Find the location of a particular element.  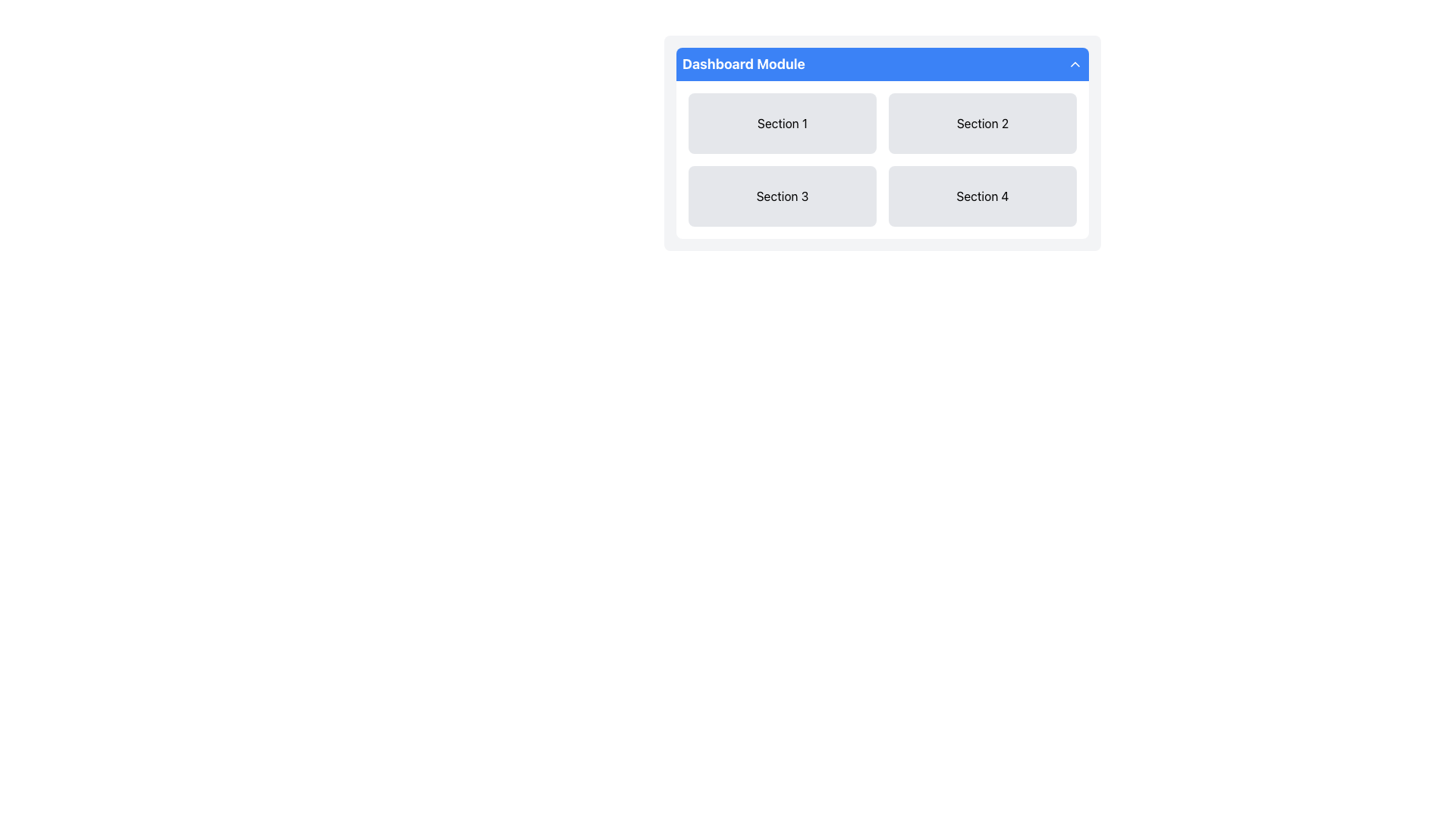

the 'Section 1' card or button, which is a rectangular element with a light gray background and black centered text, located in the top-left corner of the grid layout is located at coordinates (783, 122).